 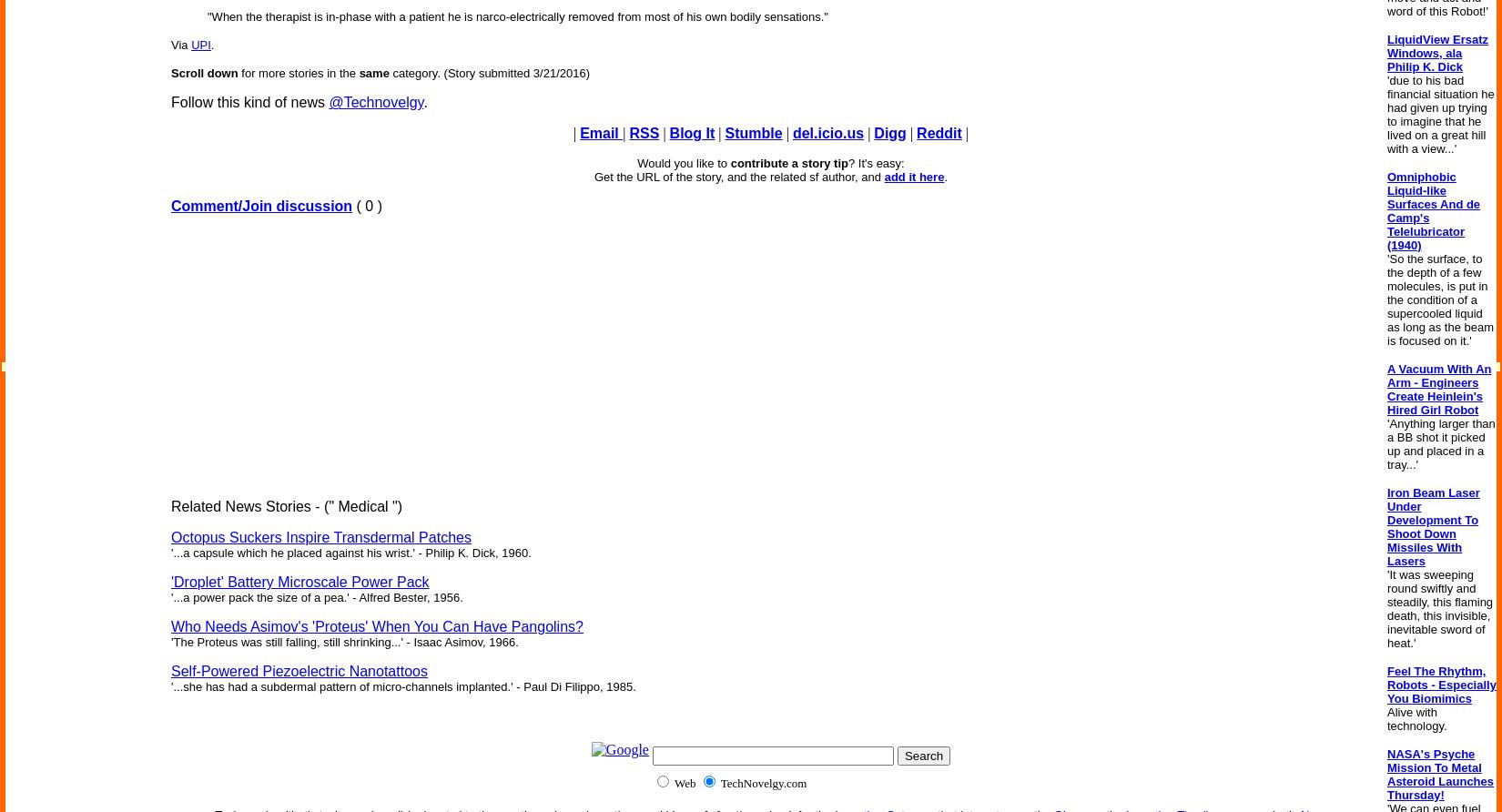 I want to click on ''So the surface, to the depth of a few molecules, is put in the condition of a supercooled liquid as long as the beam is focused on it.'', so click(x=1439, y=299).